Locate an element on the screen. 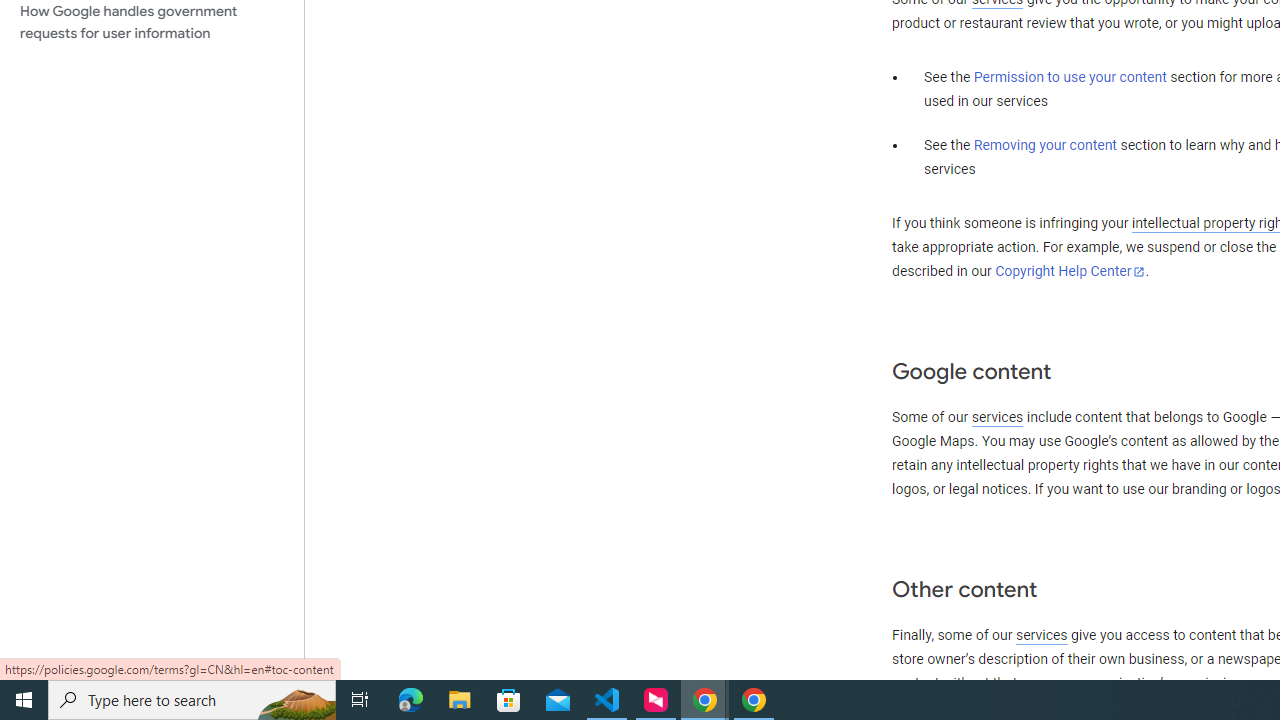 The height and width of the screenshot is (720, 1280). 'services' is located at coordinates (1040, 635).